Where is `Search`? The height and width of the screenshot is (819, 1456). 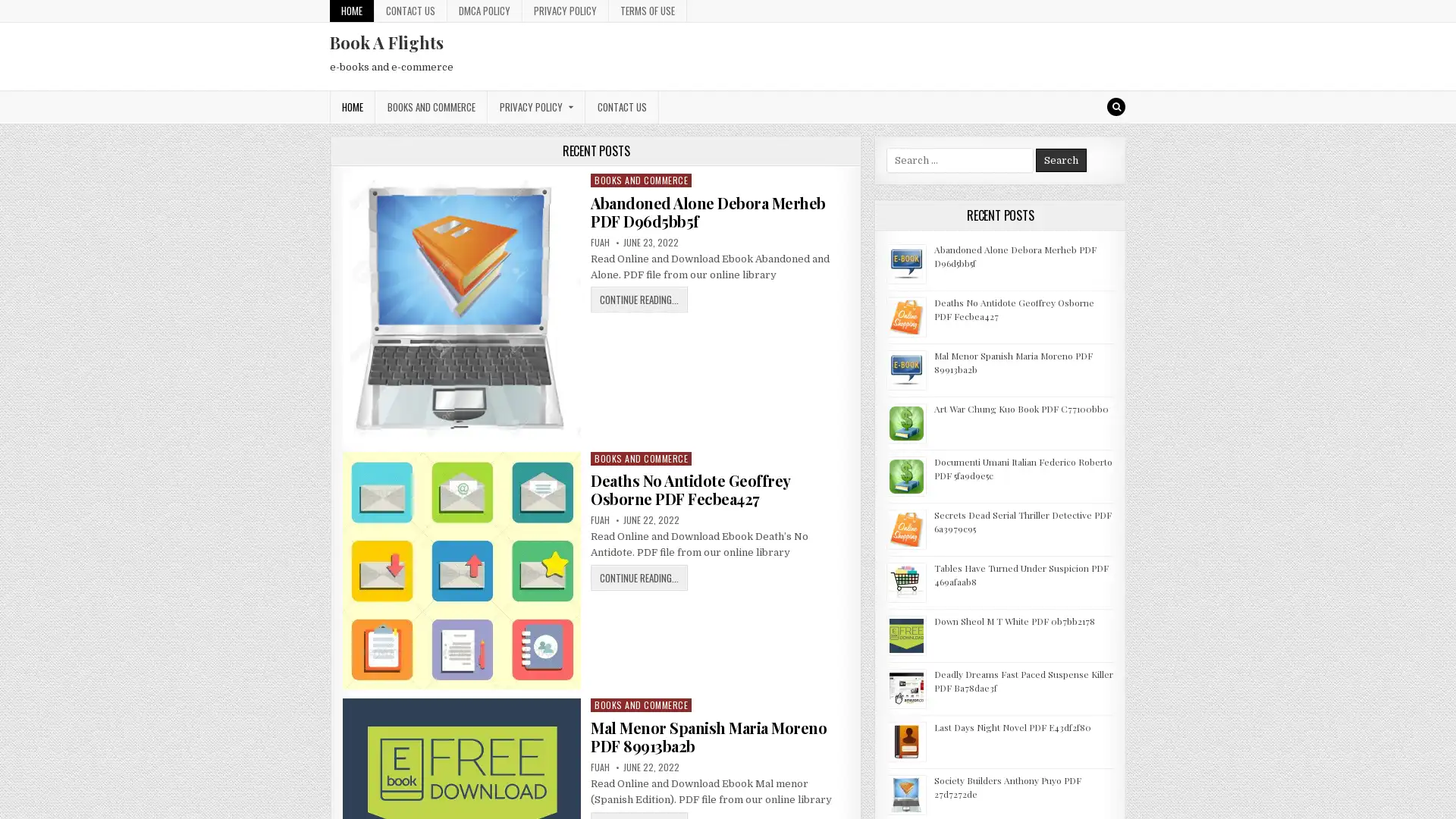 Search is located at coordinates (1060, 160).